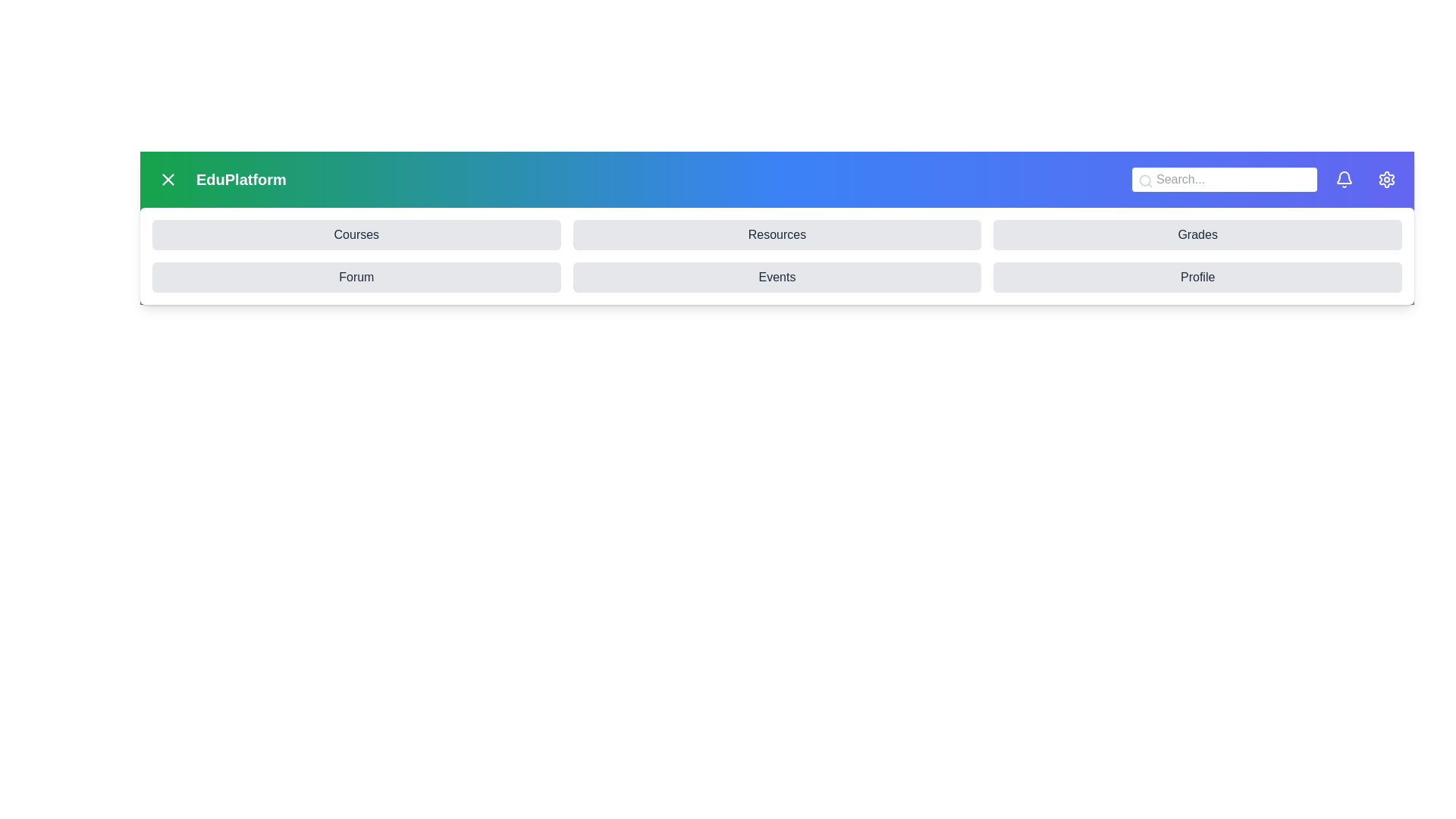 The width and height of the screenshot is (1456, 819). Describe the element at coordinates (240, 178) in the screenshot. I see `the header text 'EduPlatform' to select it` at that location.